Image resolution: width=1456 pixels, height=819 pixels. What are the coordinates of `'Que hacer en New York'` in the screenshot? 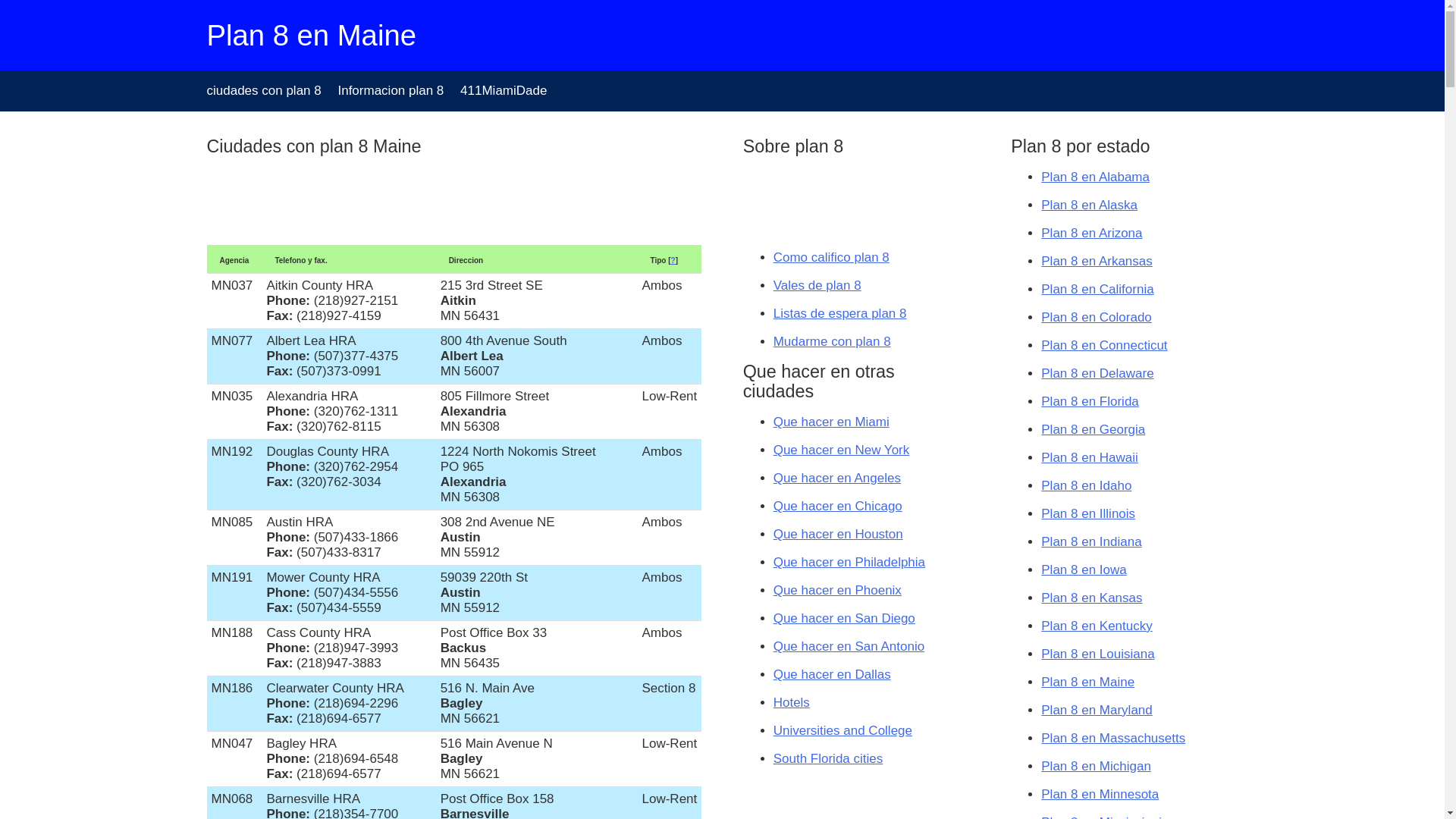 It's located at (840, 449).